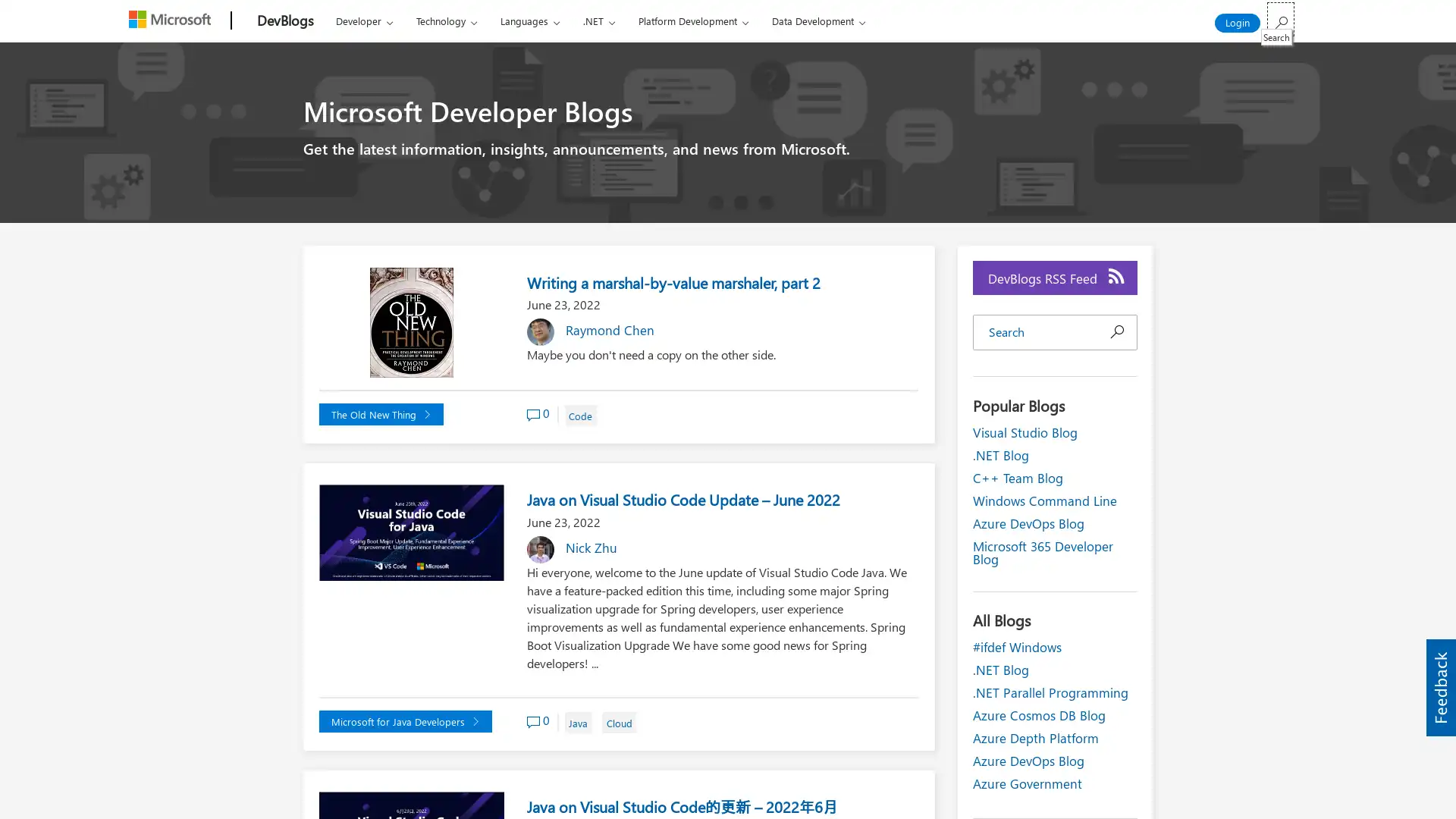  Describe the element at coordinates (598, 20) in the screenshot. I see `.NET` at that location.